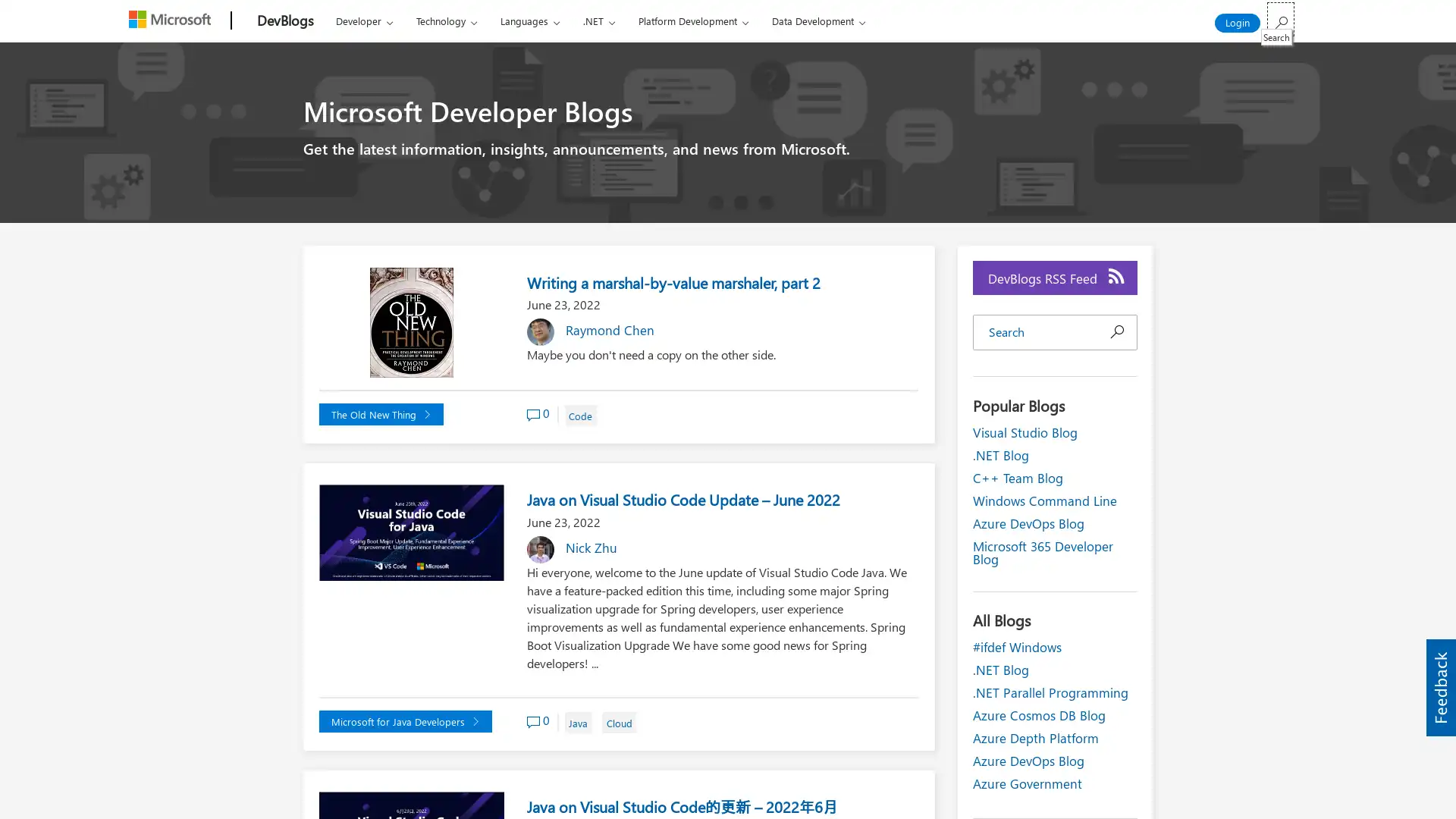  Describe the element at coordinates (598, 20) in the screenshot. I see `.NET` at that location.